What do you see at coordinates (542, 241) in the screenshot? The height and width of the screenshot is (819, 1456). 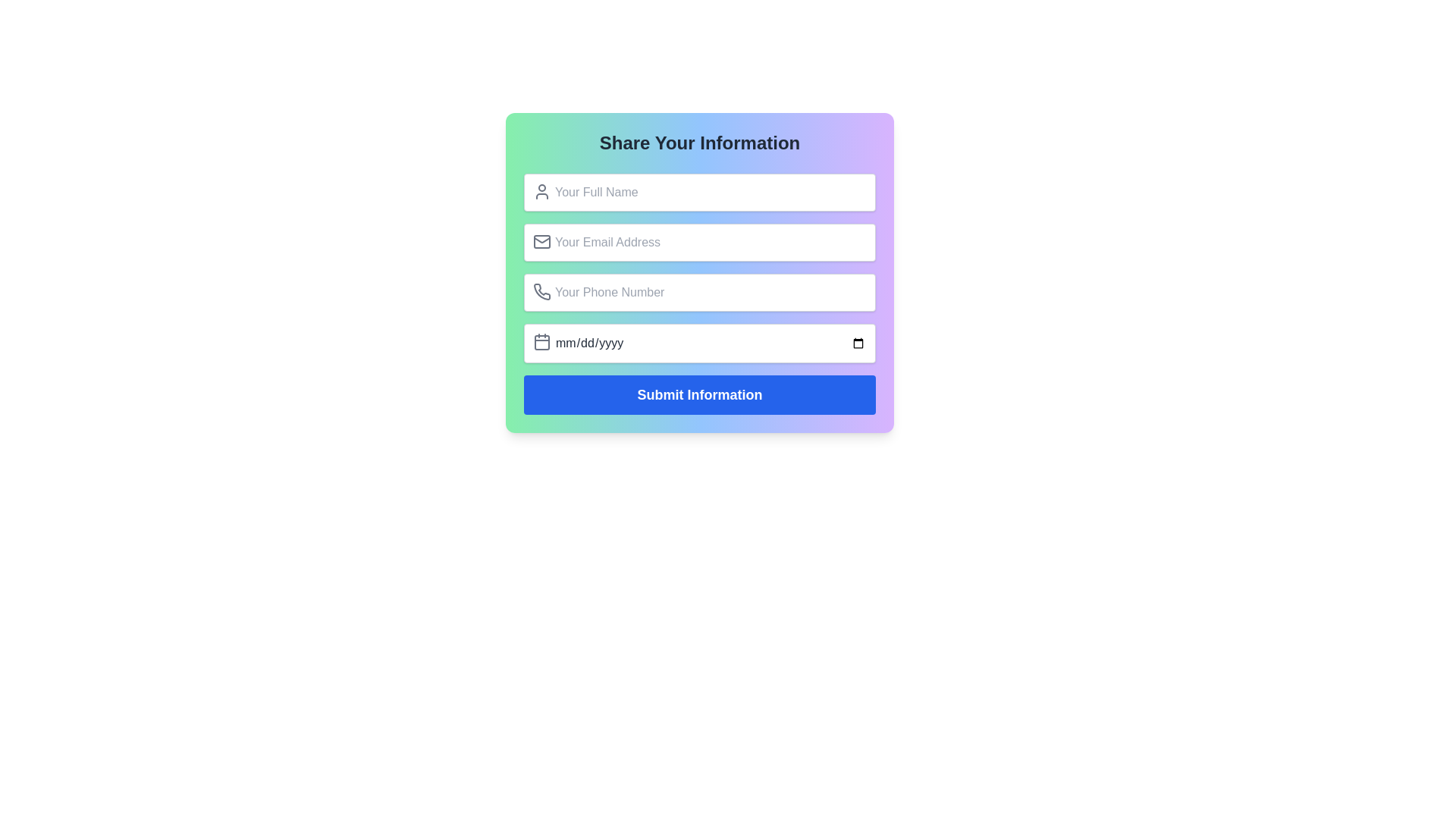 I see `the mail icon resembling an envelope, which is styled in gray and located on the left side of the input field labeled 'Your Email Address' in the 'Share Your Information' form` at bounding box center [542, 241].